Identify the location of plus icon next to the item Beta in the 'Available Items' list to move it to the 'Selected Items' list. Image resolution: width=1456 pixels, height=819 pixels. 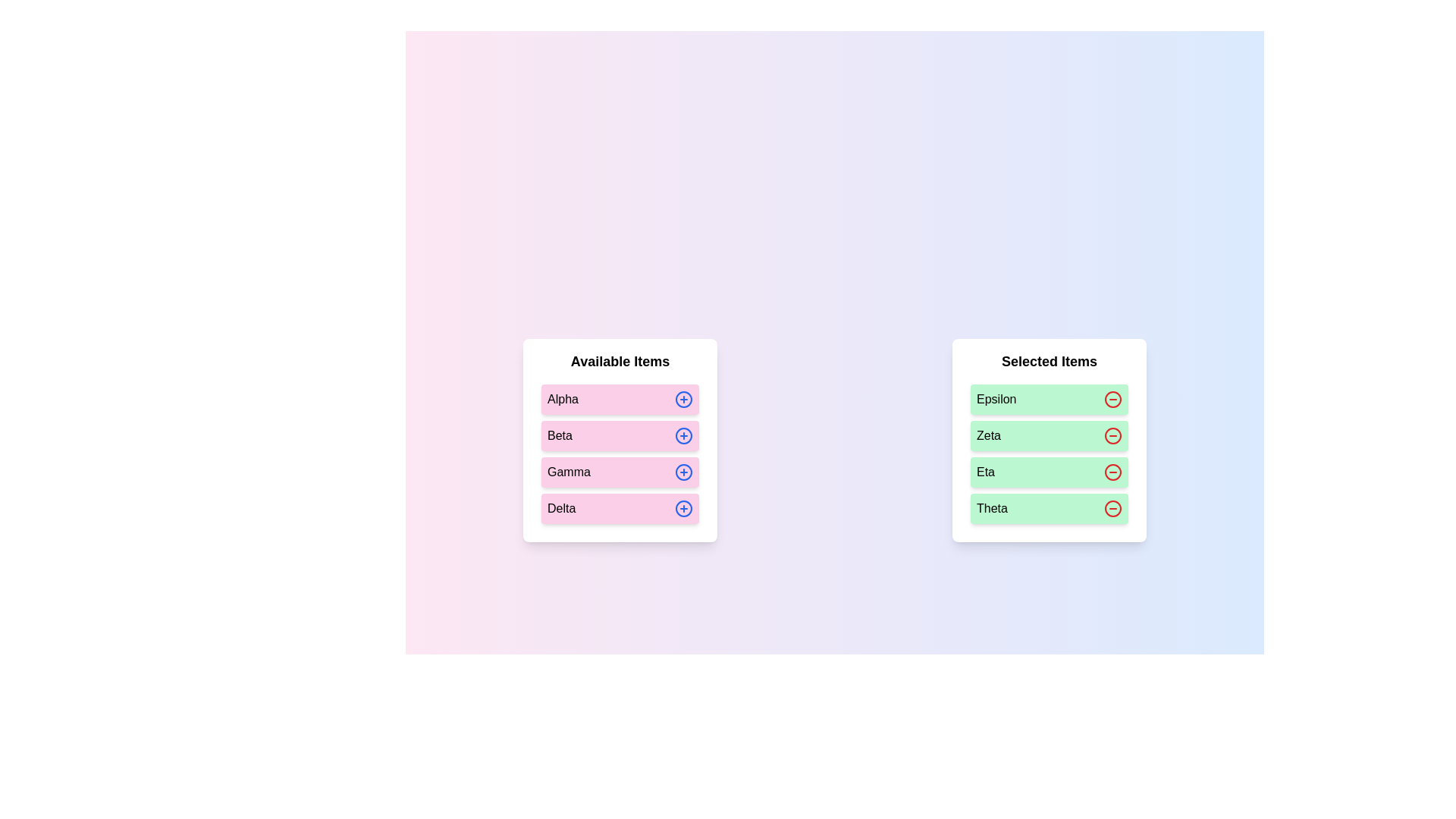
(683, 435).